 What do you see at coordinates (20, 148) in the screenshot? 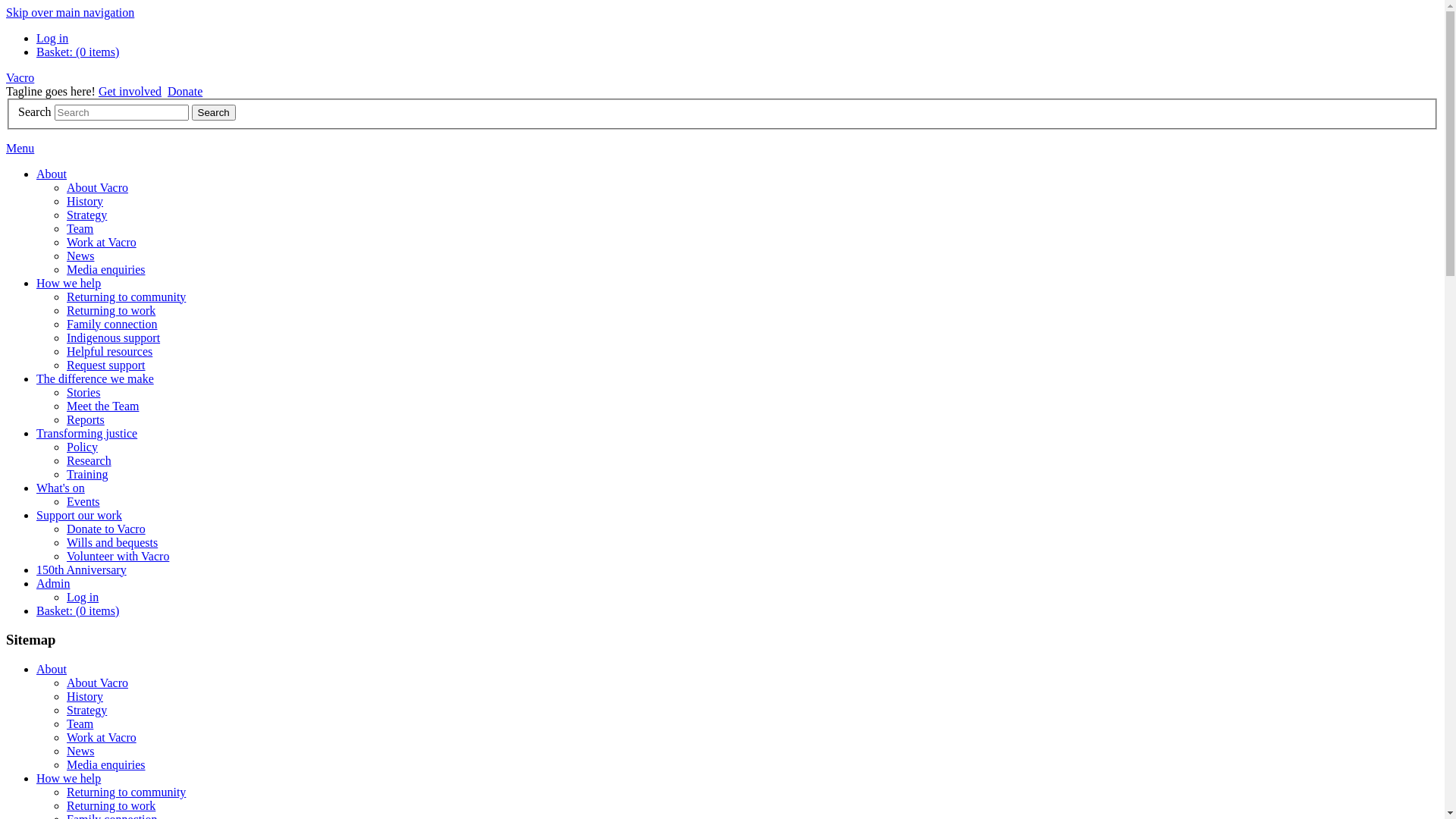
I see `'Menu'` at bounding box center [20, 148].